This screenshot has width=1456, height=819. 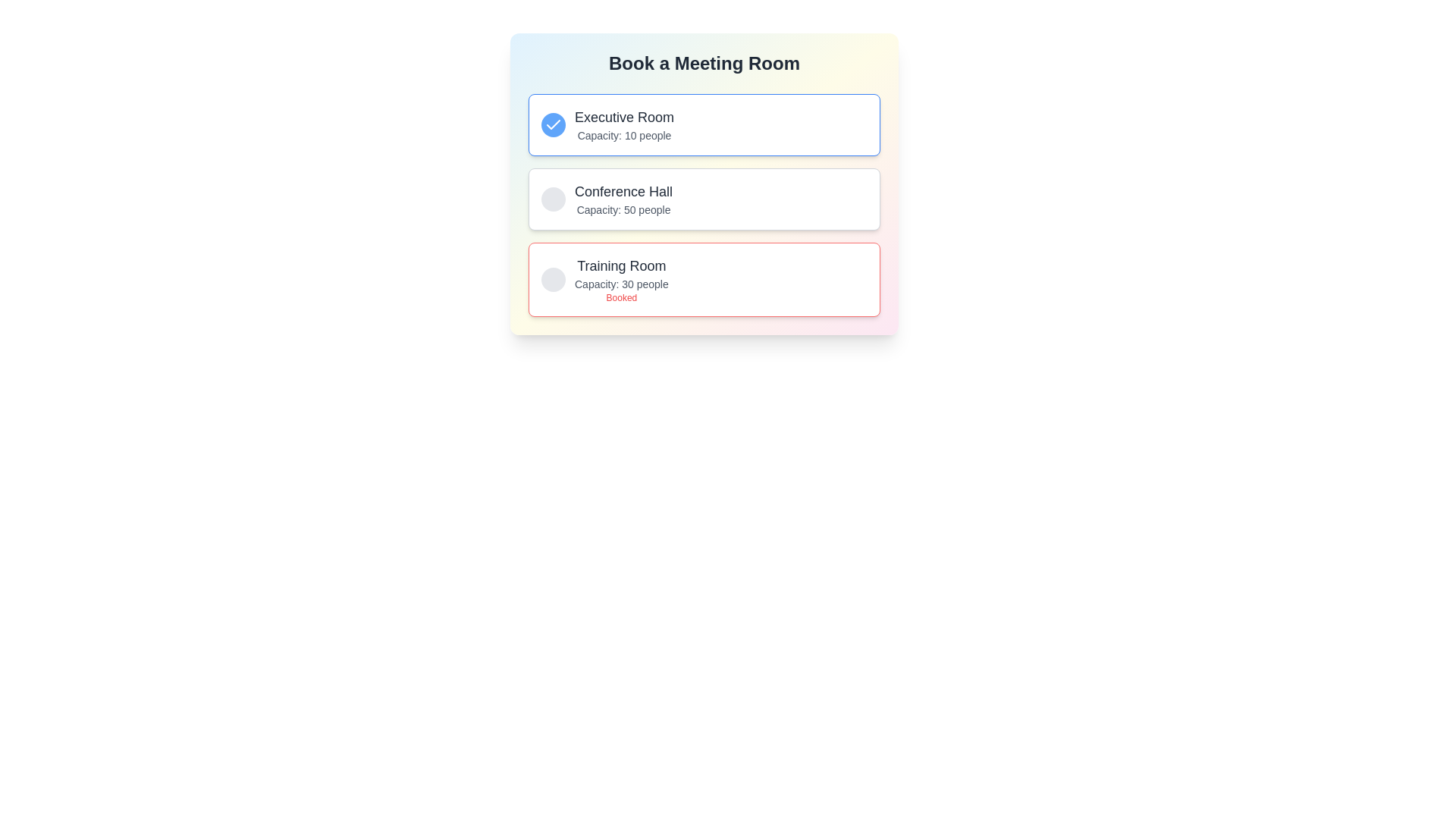 I want to click on information presented in the 'Conference Hall' informational text block, which is the second option in a vertical list of room details, so click(x=623, y=198).